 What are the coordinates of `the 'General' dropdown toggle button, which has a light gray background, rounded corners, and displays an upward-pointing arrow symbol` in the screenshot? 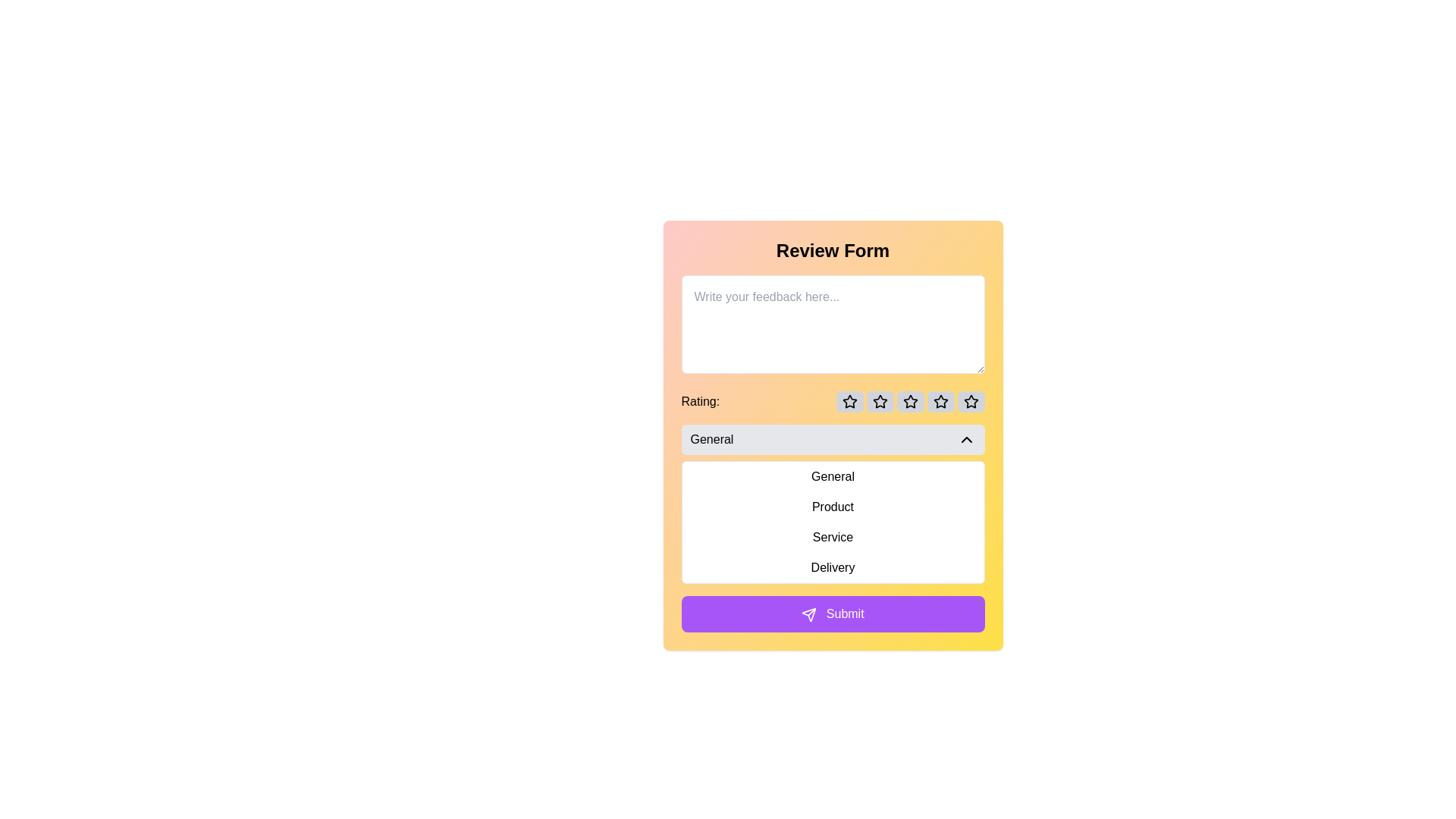 It's located at (832, 439).